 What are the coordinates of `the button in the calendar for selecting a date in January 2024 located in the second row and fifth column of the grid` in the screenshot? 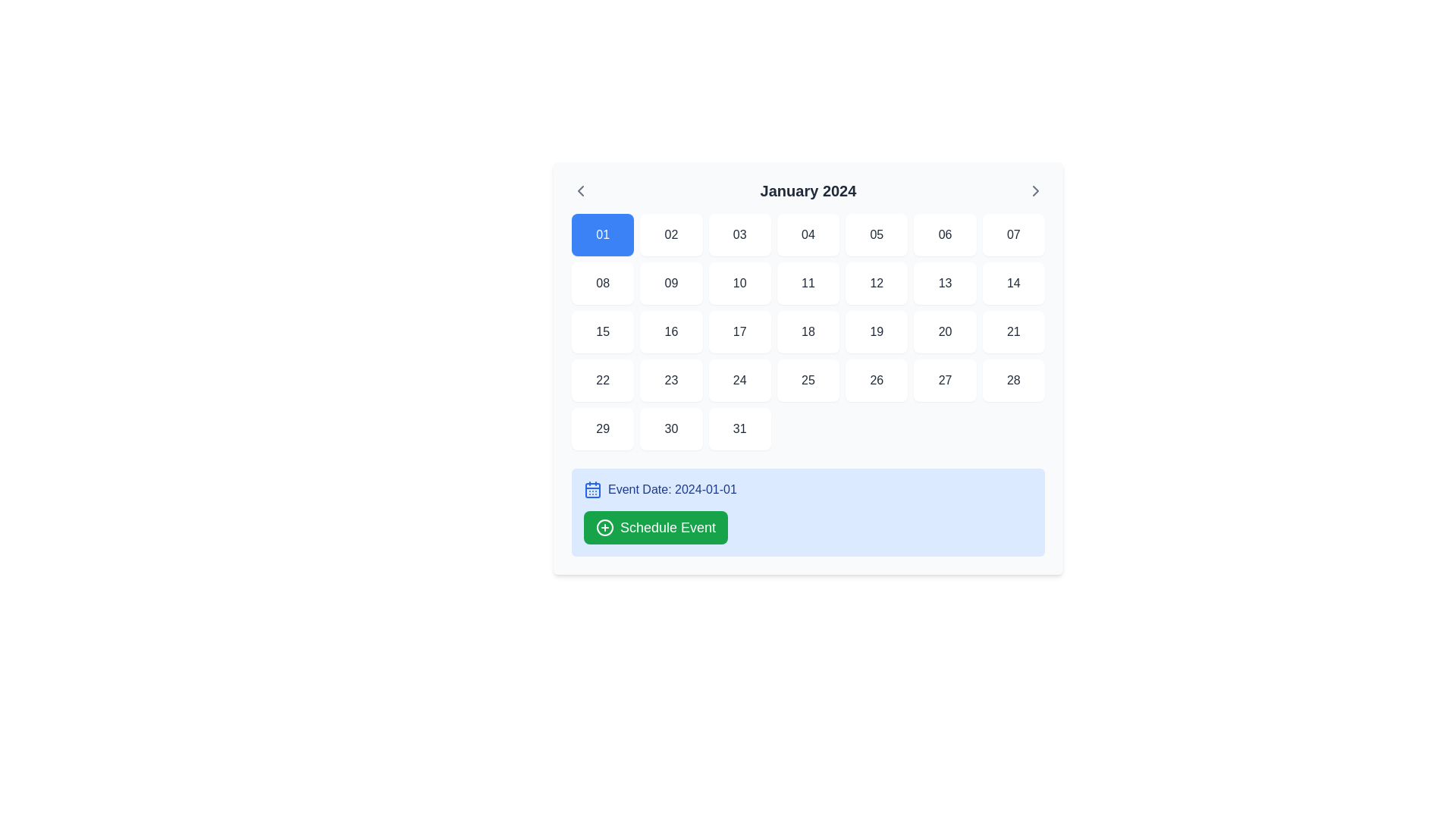 It's located at (877, 284).